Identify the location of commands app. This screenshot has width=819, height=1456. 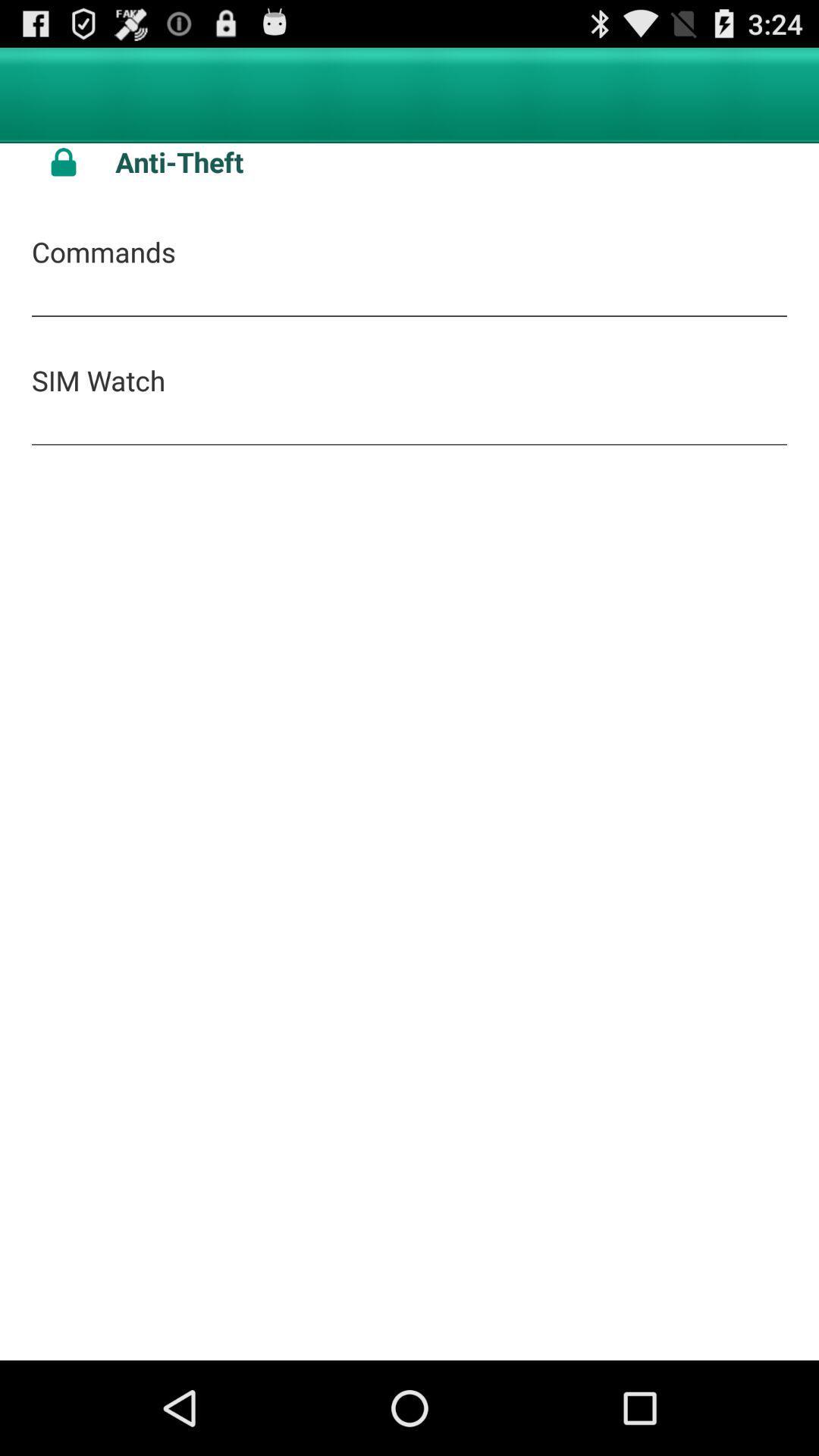
(102, 252).